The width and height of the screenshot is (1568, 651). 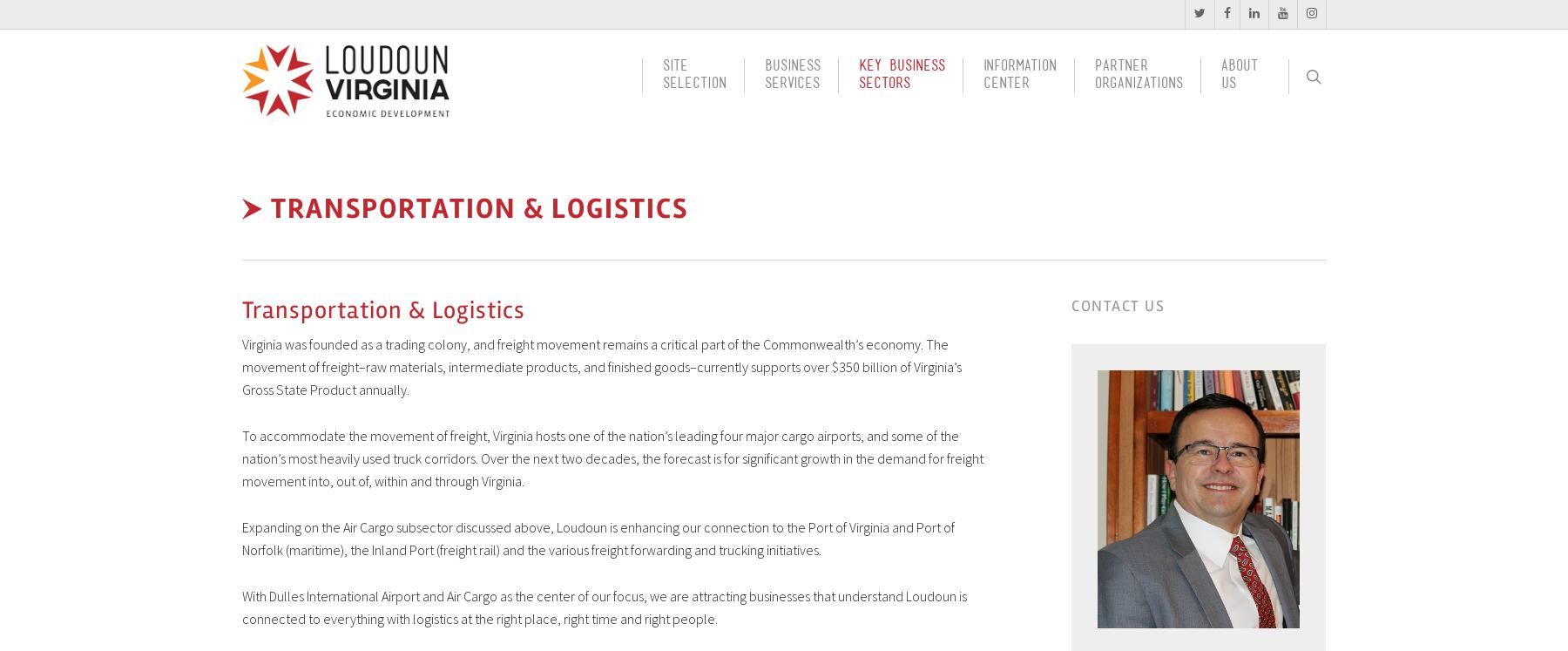 I want to click on 'Sectors', so click(x=856, y=87).